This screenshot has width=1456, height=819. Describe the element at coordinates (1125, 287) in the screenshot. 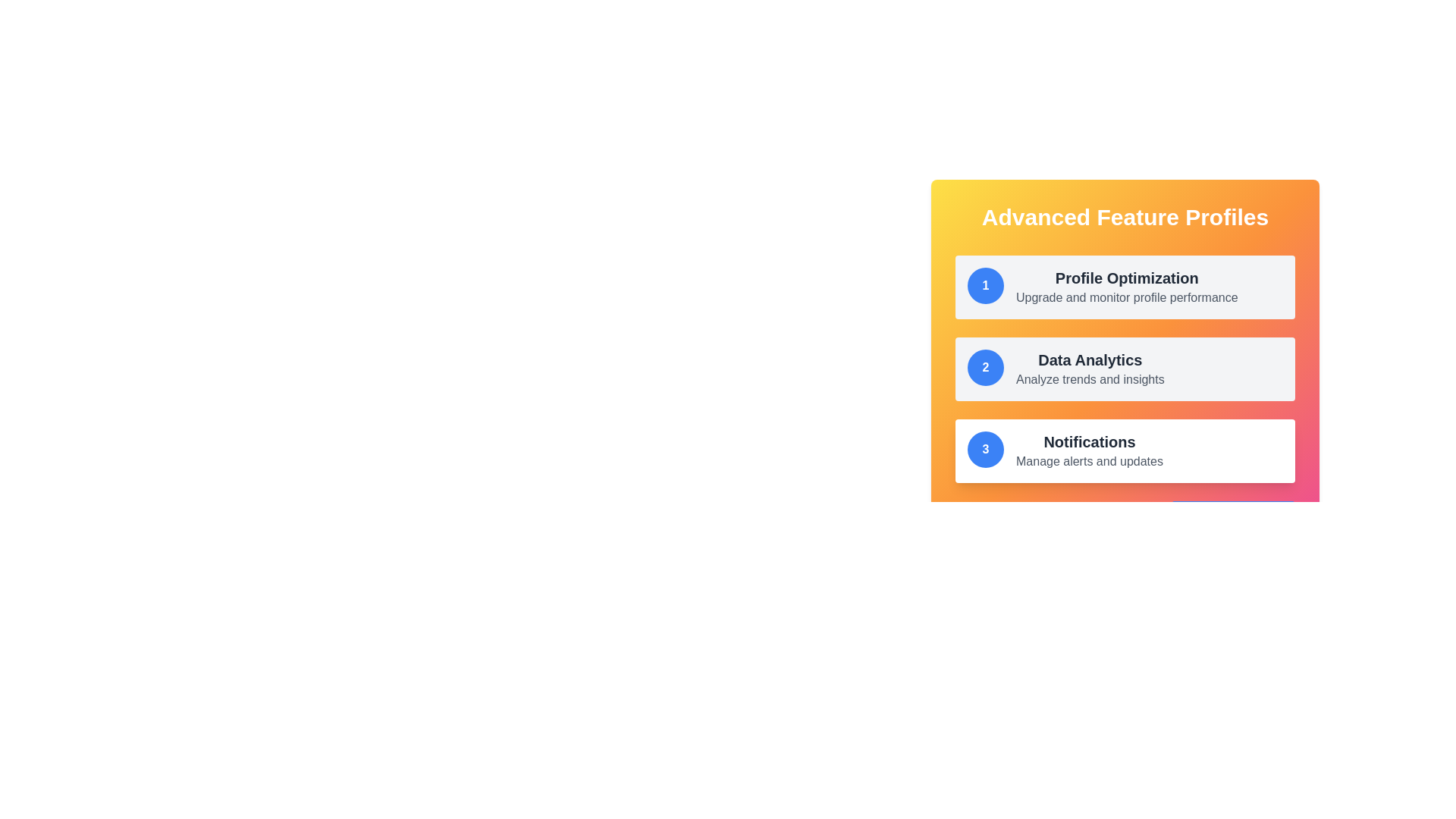

I see `the first card in the 'Advanced Feature Profiles' section, which has a rounded light-gray background and displays a blue circle with the number '1', along with the text 'Profile Optimization' and its description` at that location.